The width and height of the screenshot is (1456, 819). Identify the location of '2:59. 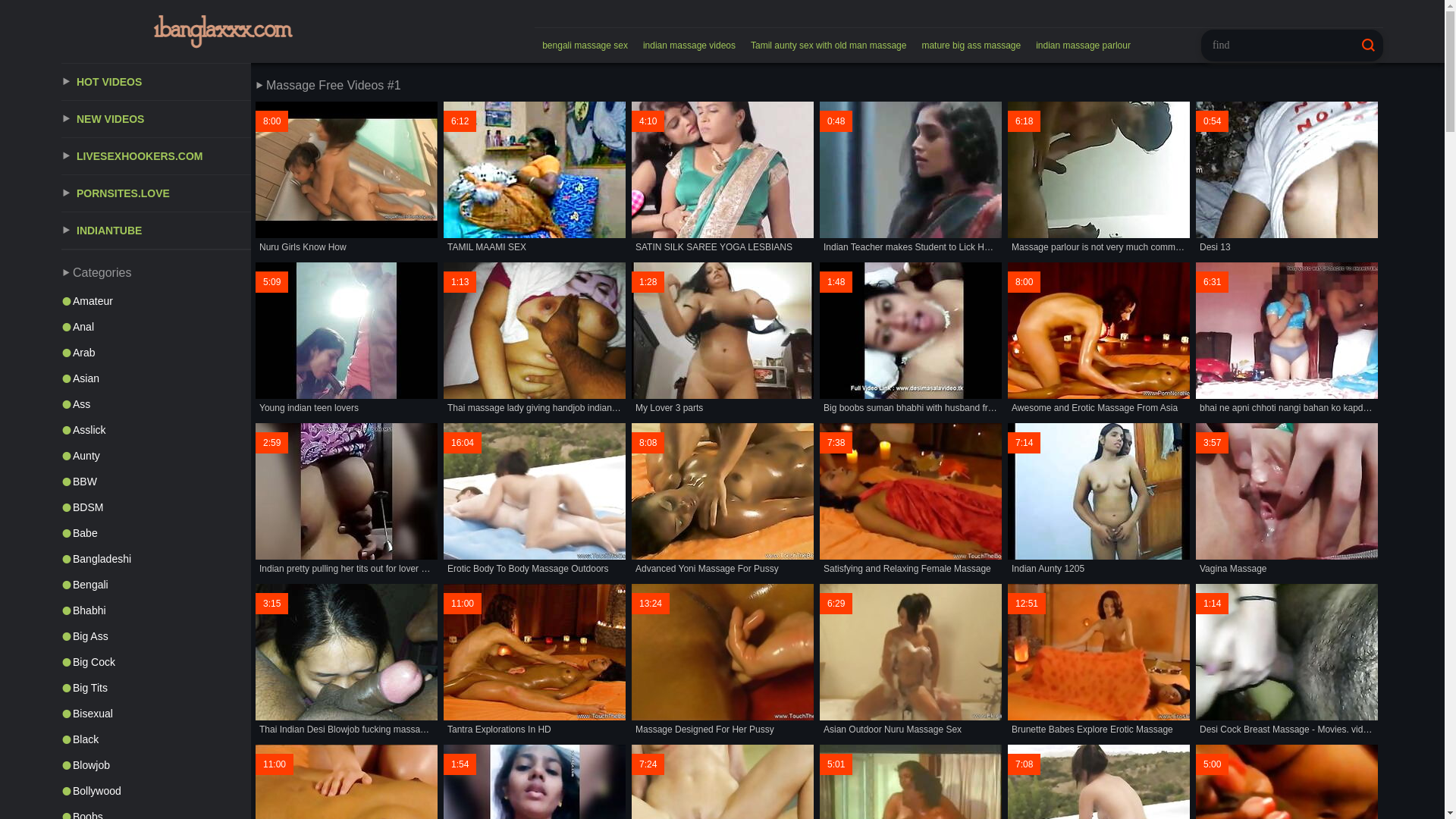
(345, 500).